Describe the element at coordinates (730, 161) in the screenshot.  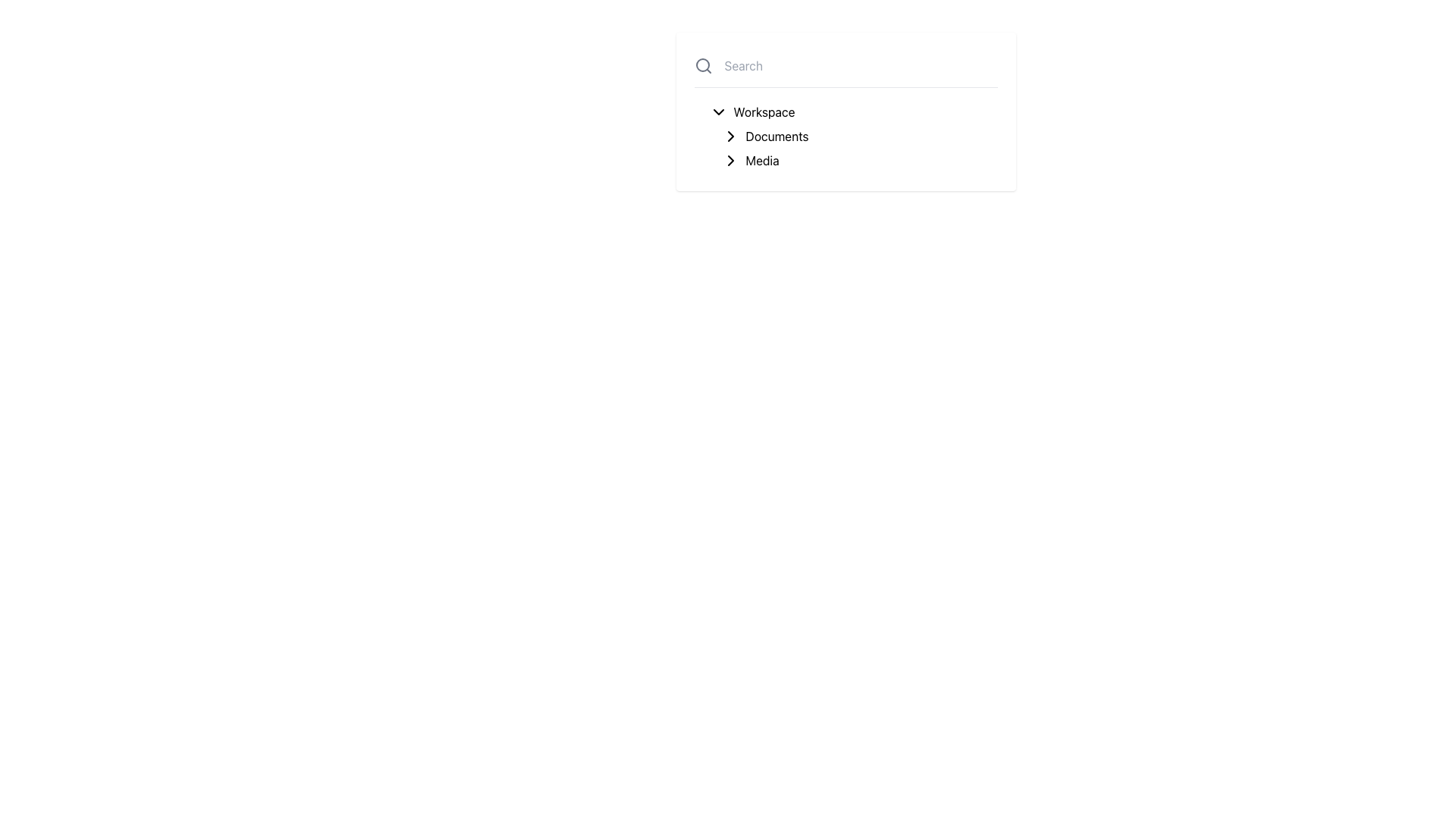
I see `the right-pointing chevron icon located to the left of the 'Media' text label in the sidebar menu` at that location.